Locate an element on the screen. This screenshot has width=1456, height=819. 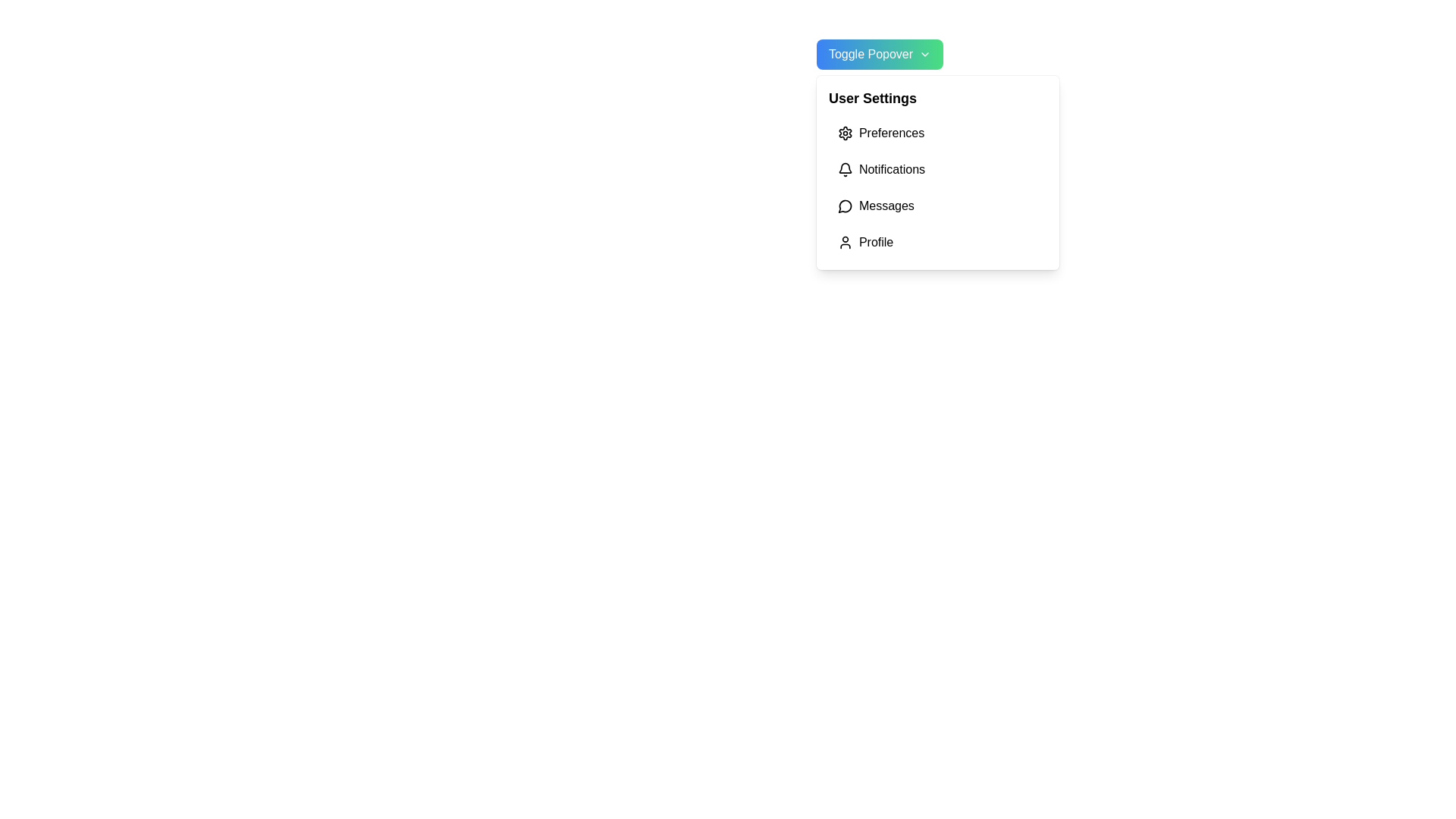
the first item in the vertical list under 'User Settings' is located at coordinates (937, 133).